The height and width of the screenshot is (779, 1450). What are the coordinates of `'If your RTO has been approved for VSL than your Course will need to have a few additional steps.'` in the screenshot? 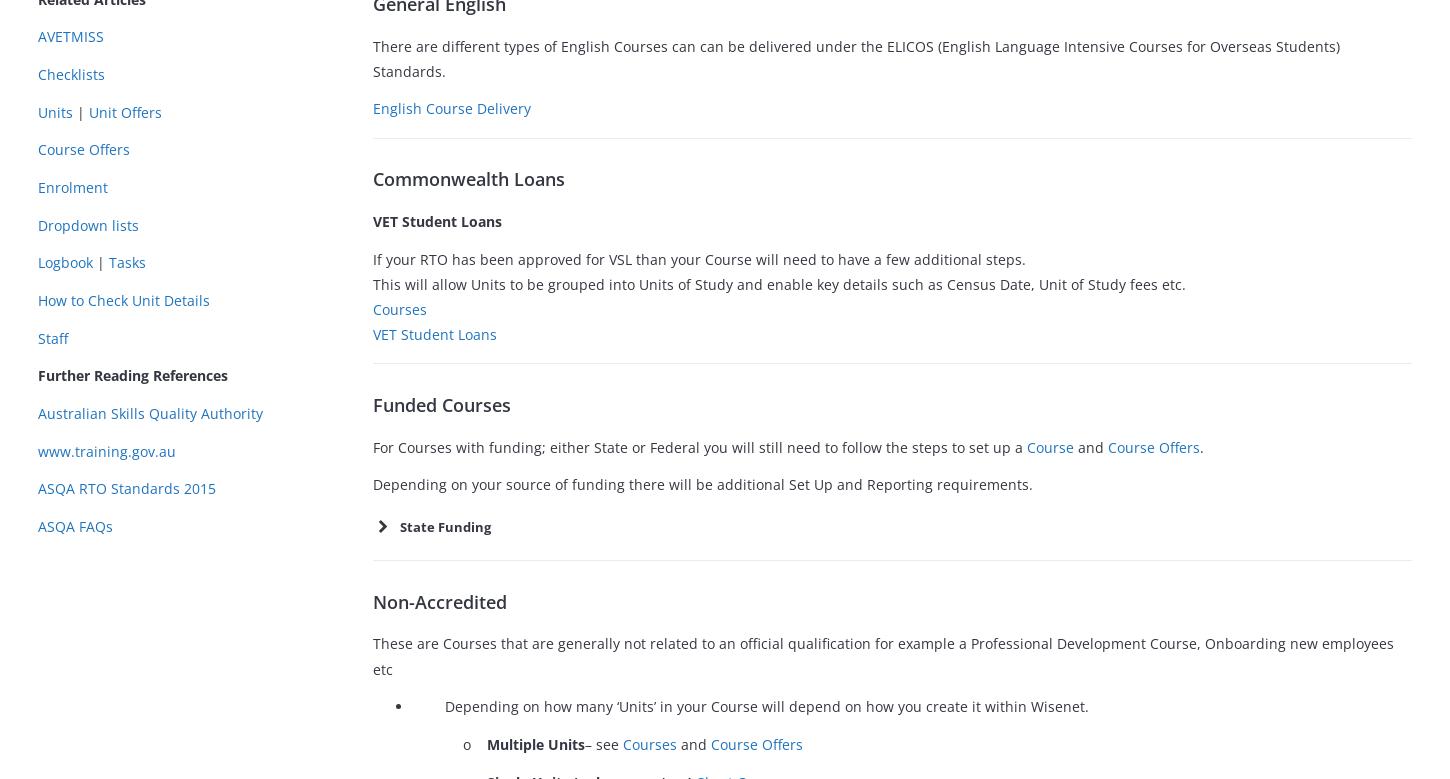 It's located at (698, 257).